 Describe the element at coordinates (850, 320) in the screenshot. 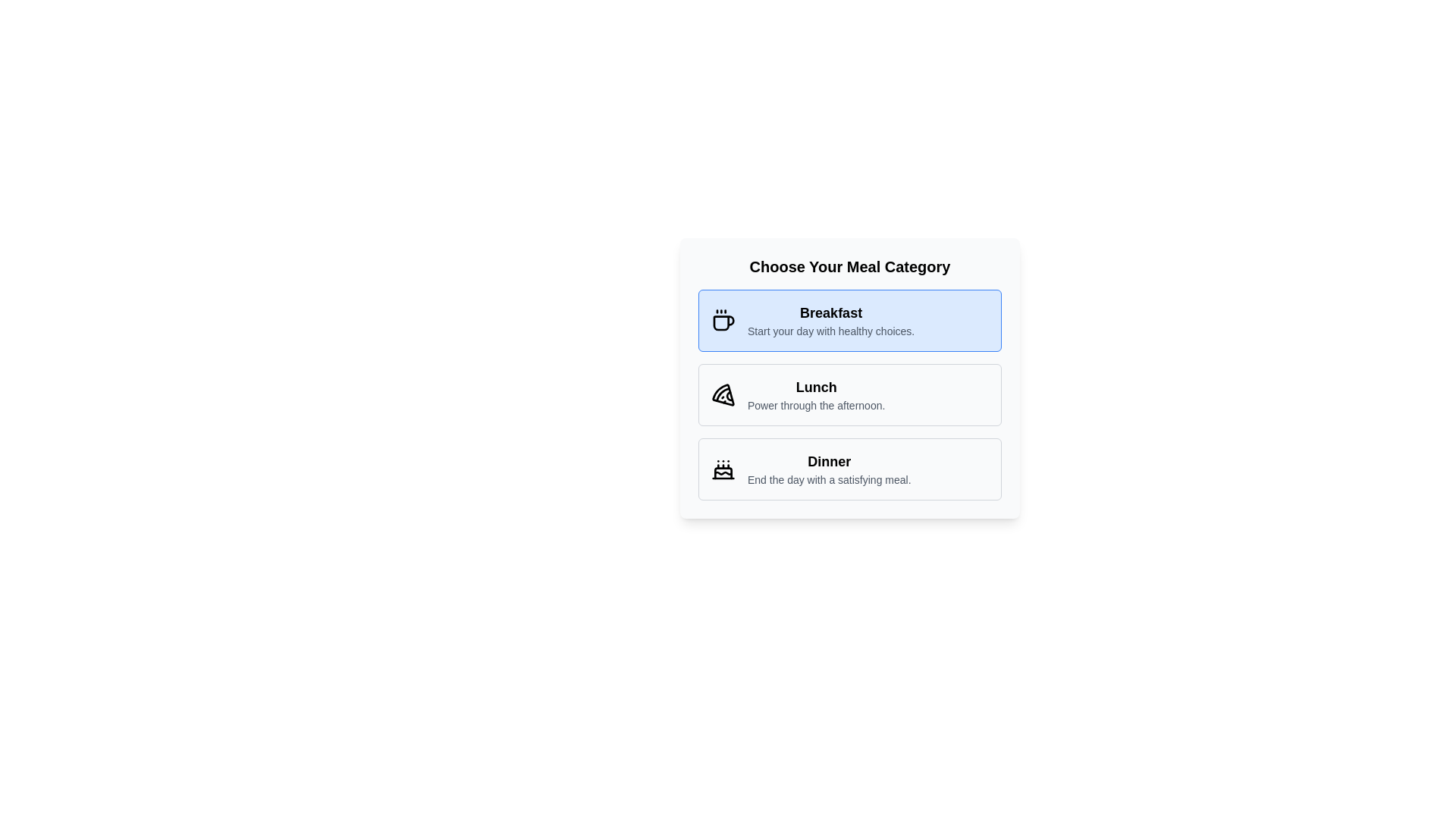

I see `the 'Breakfast' selectable button or card, which is located at the top of the meal categories list, directly above the 'Lunch' module` at that location.